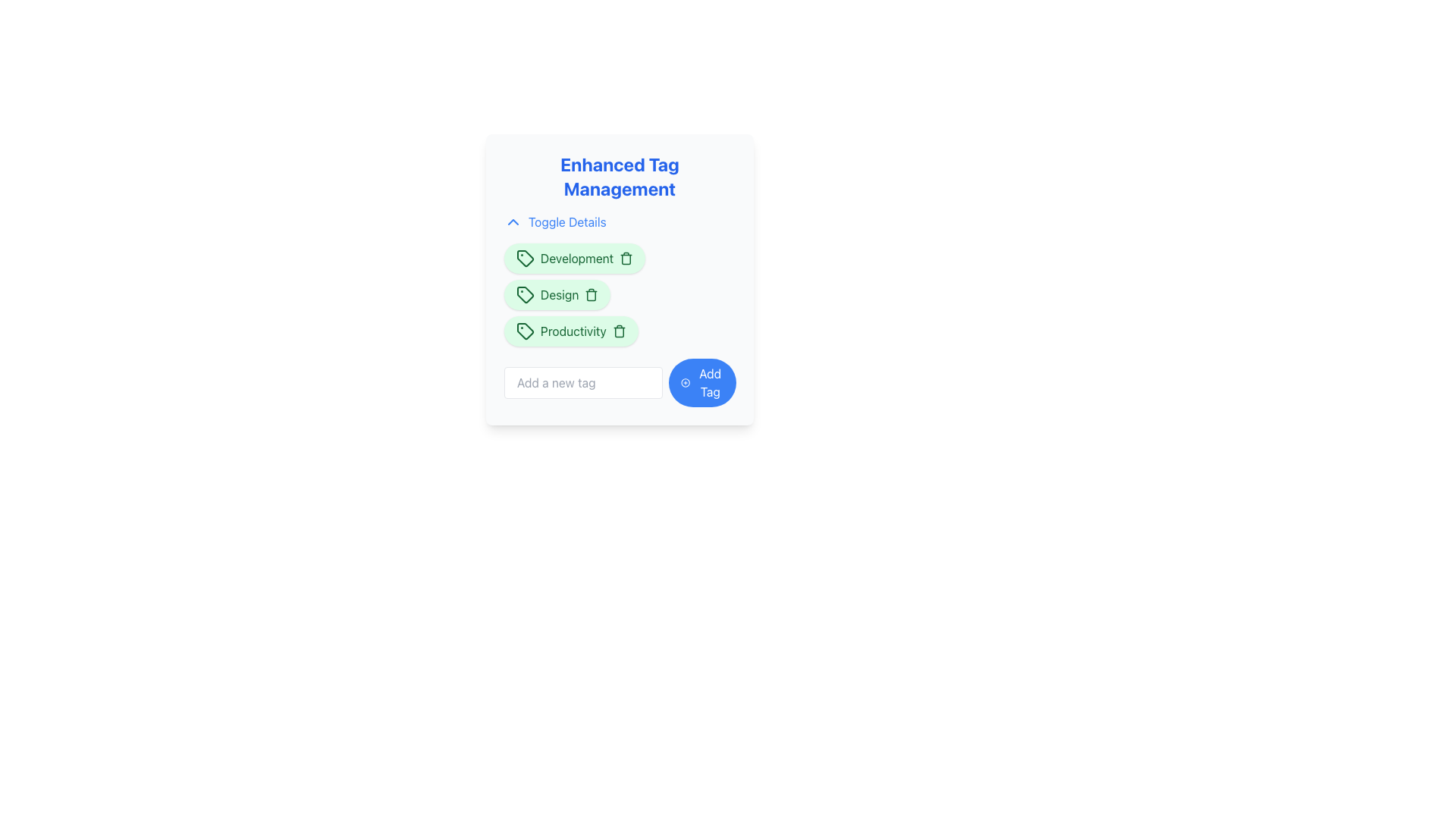 The width and height of the screenshot is (1456, 819). What do you see at coordinates (554, 222) in the screenshot?
I see `the 'Toggle Details' text link, which is styled with a blue font color and has an upward-facing chevron icon` at bounding box center [554, 222].